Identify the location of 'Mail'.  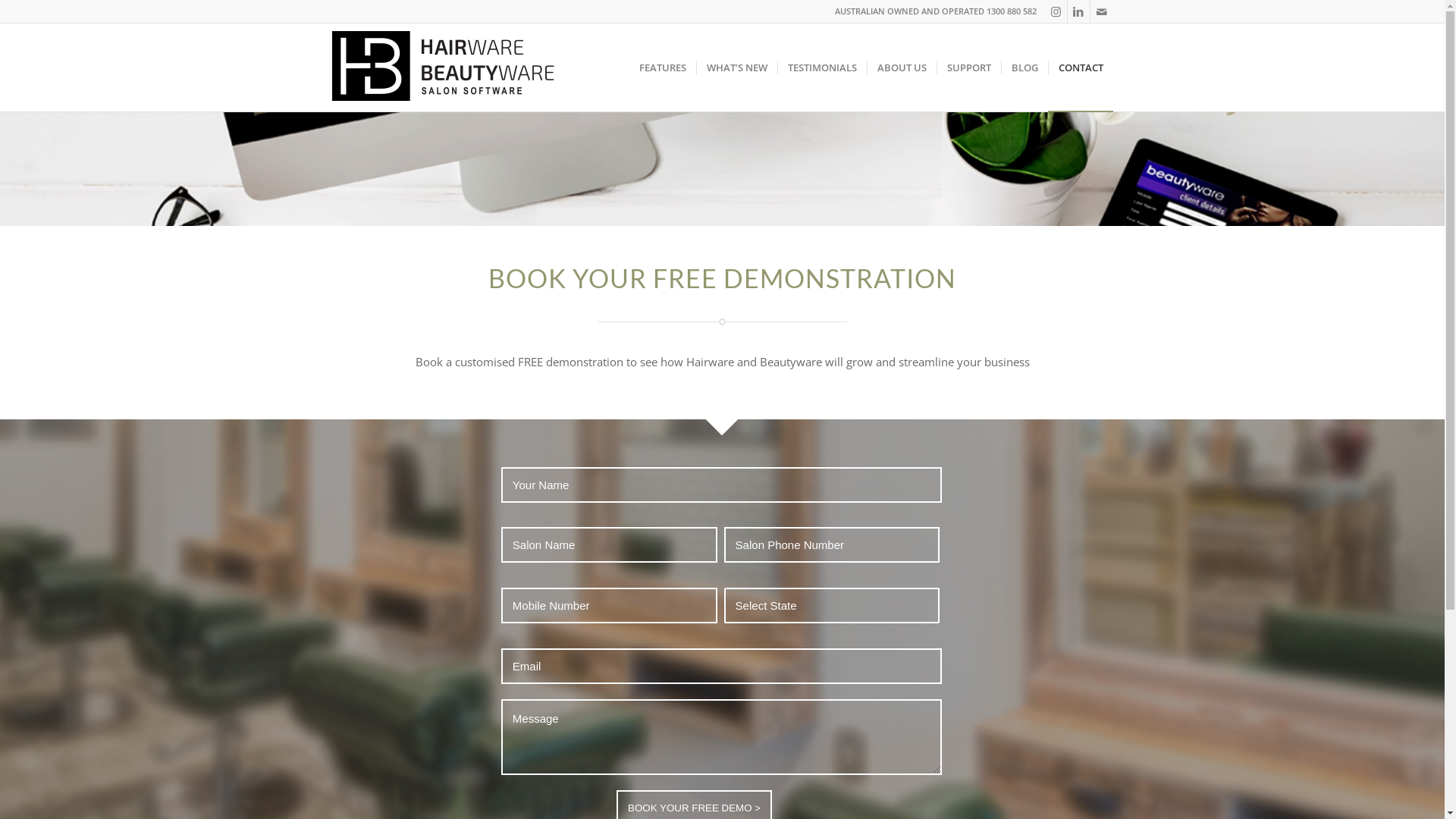
(1102, 11).